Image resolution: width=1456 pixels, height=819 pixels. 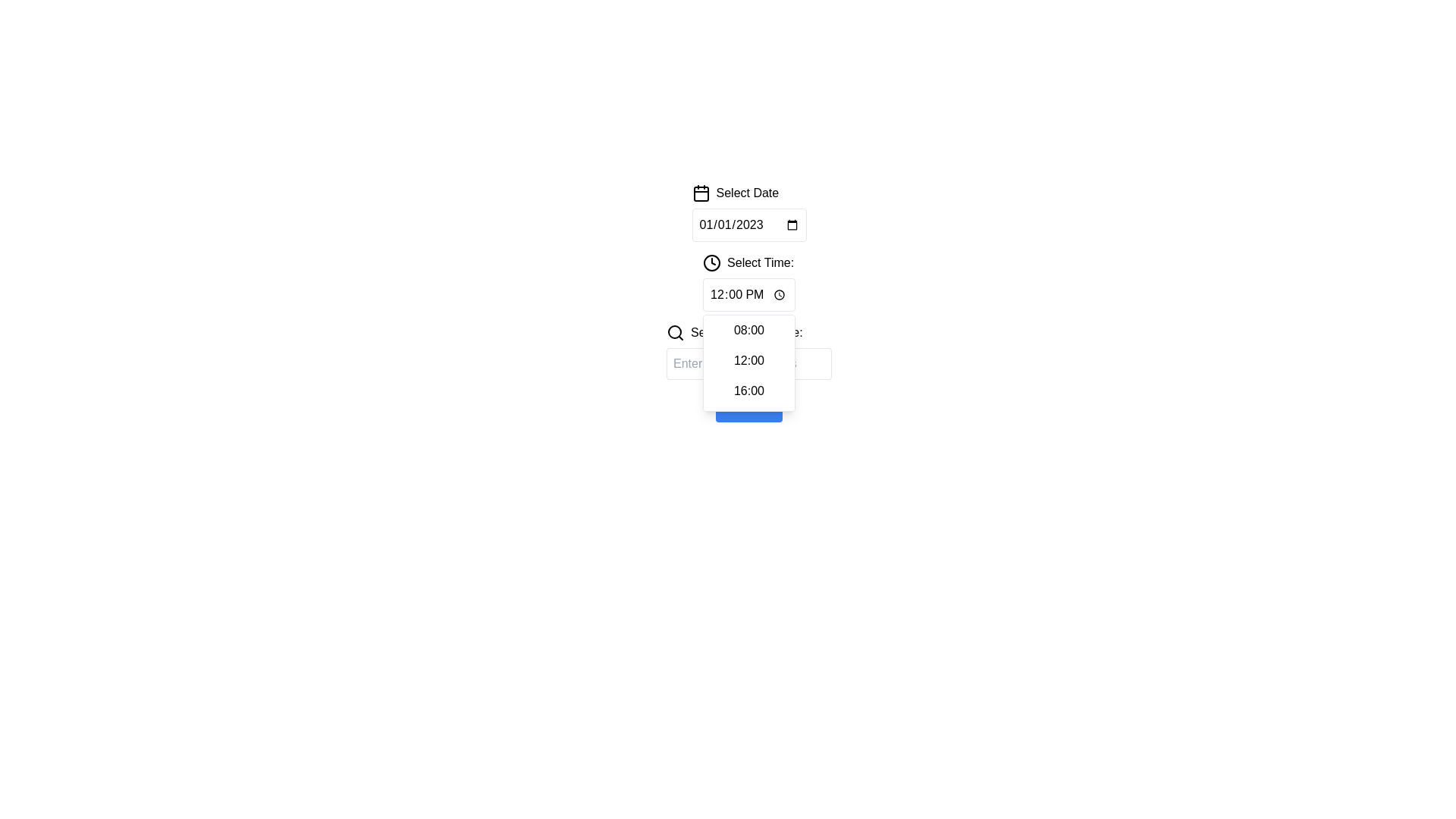 I want to click on label providing context for the associated text input field located at the top-center of the interface, directly above the text input field with the placeholder 'Enter search keywords', so click(x=749, y=332).